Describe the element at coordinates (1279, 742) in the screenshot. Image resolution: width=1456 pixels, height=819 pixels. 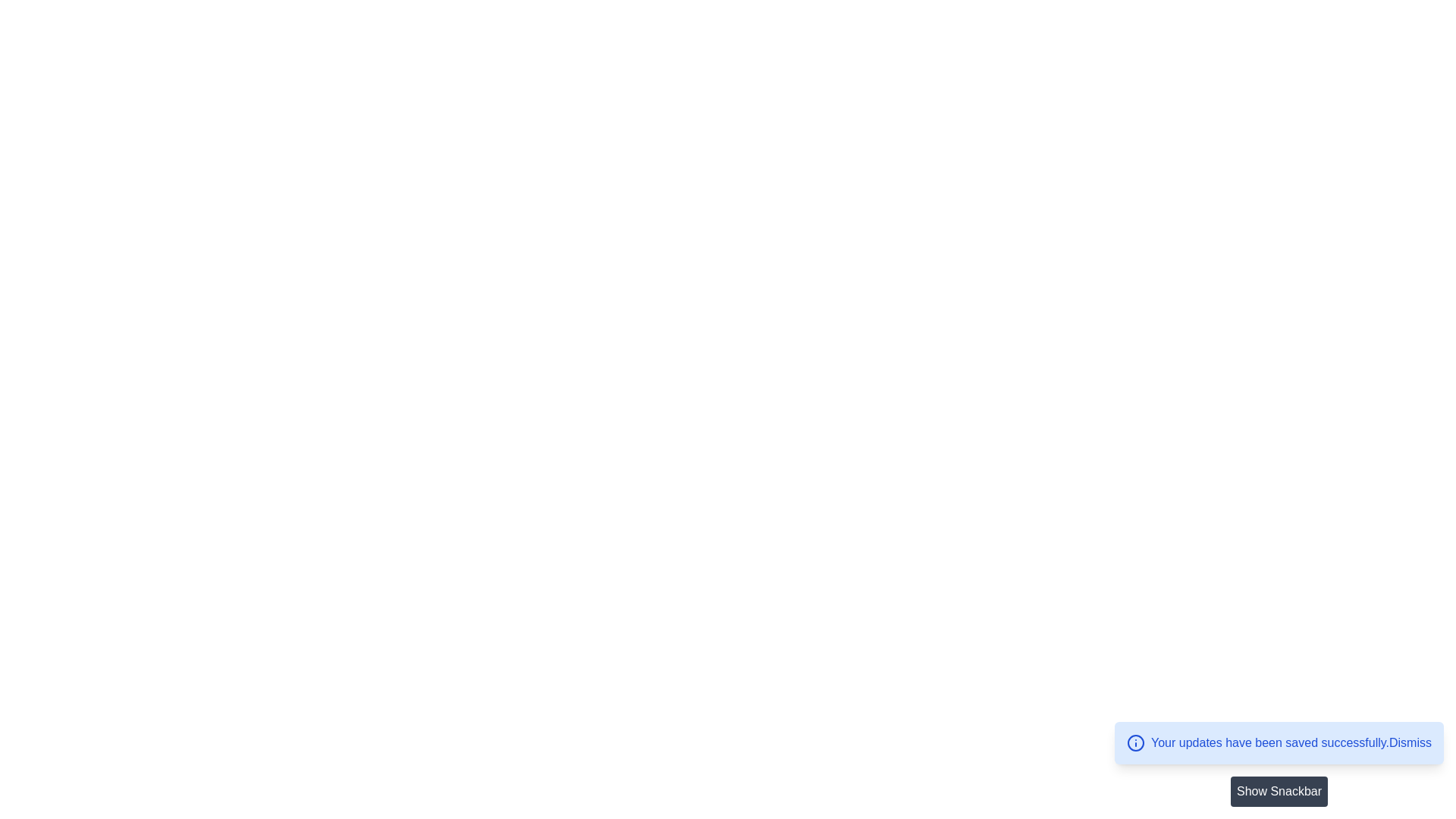
I see `the 'Dismiss' link in the blue notification box that indicates updates have been saved successfully, located at the bottom-right corner of the interface` at that location.